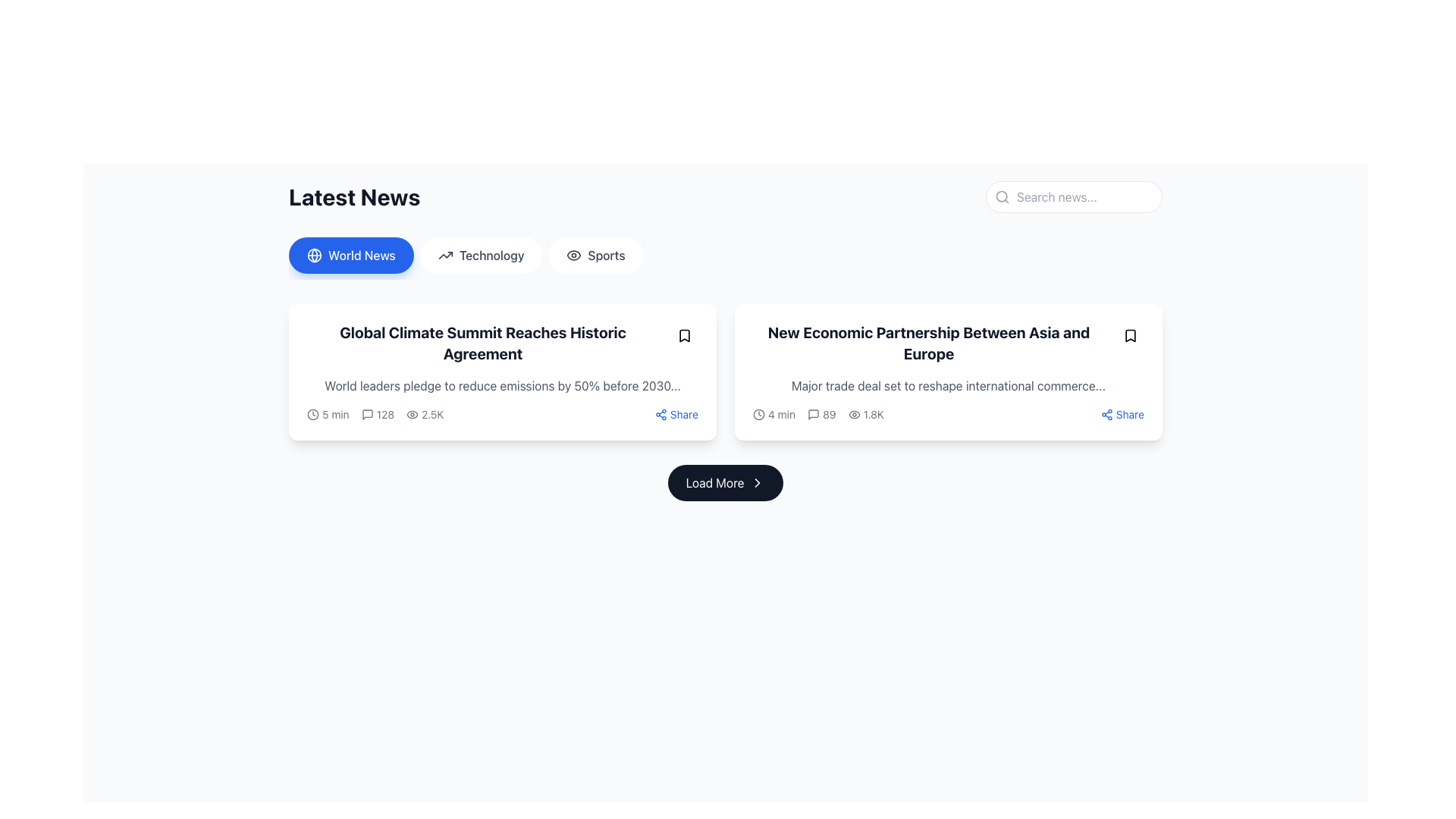  What do you see at coordinates (361, 254) in the screenshot?
I see `the 'World News' text label within the blue rounded button` at bounding box center [361, 254].